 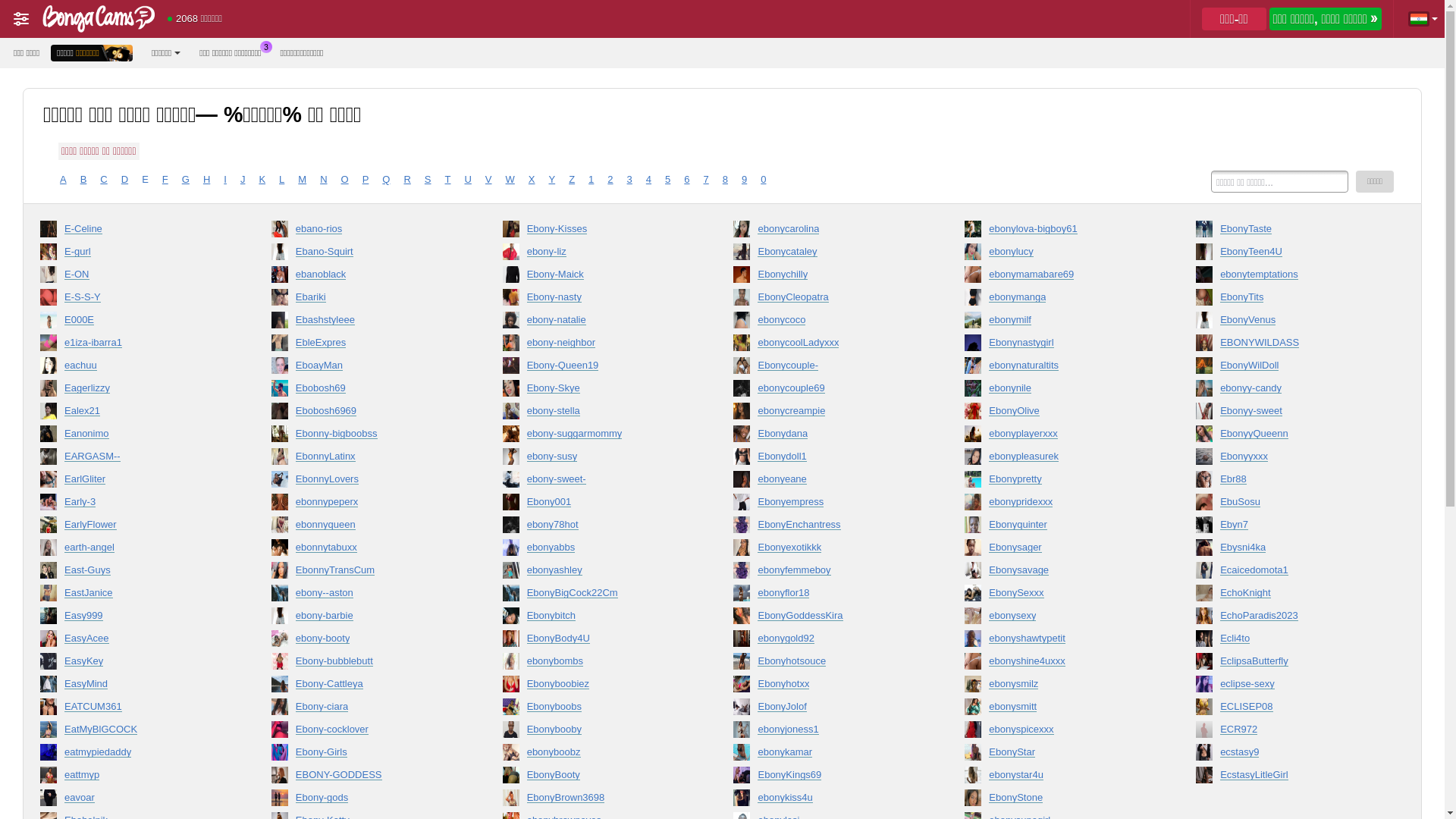 I want to click on 'U', so click(x=466, y=178).